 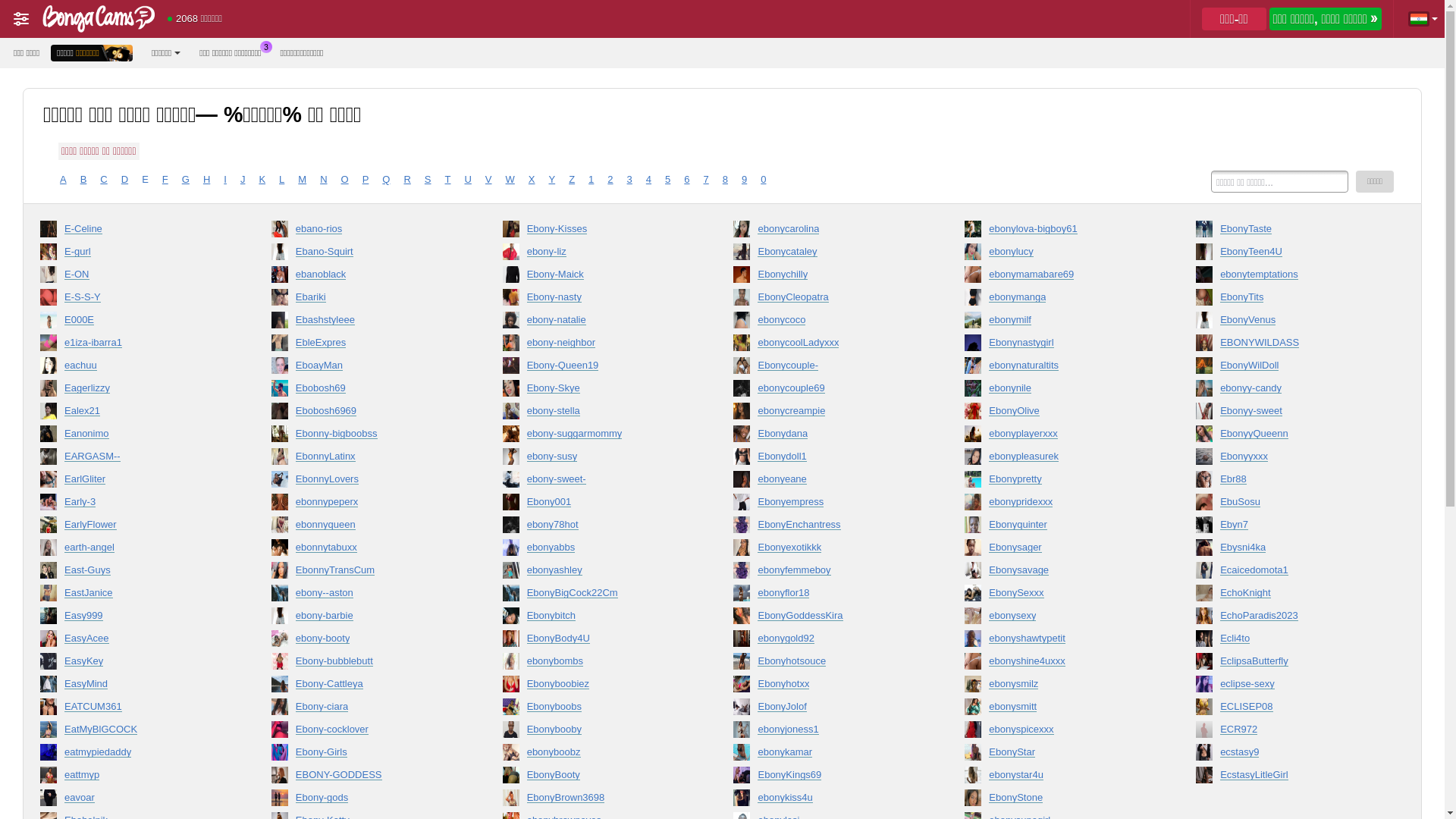 I want to click on 'U', so click(x=466, y=178).